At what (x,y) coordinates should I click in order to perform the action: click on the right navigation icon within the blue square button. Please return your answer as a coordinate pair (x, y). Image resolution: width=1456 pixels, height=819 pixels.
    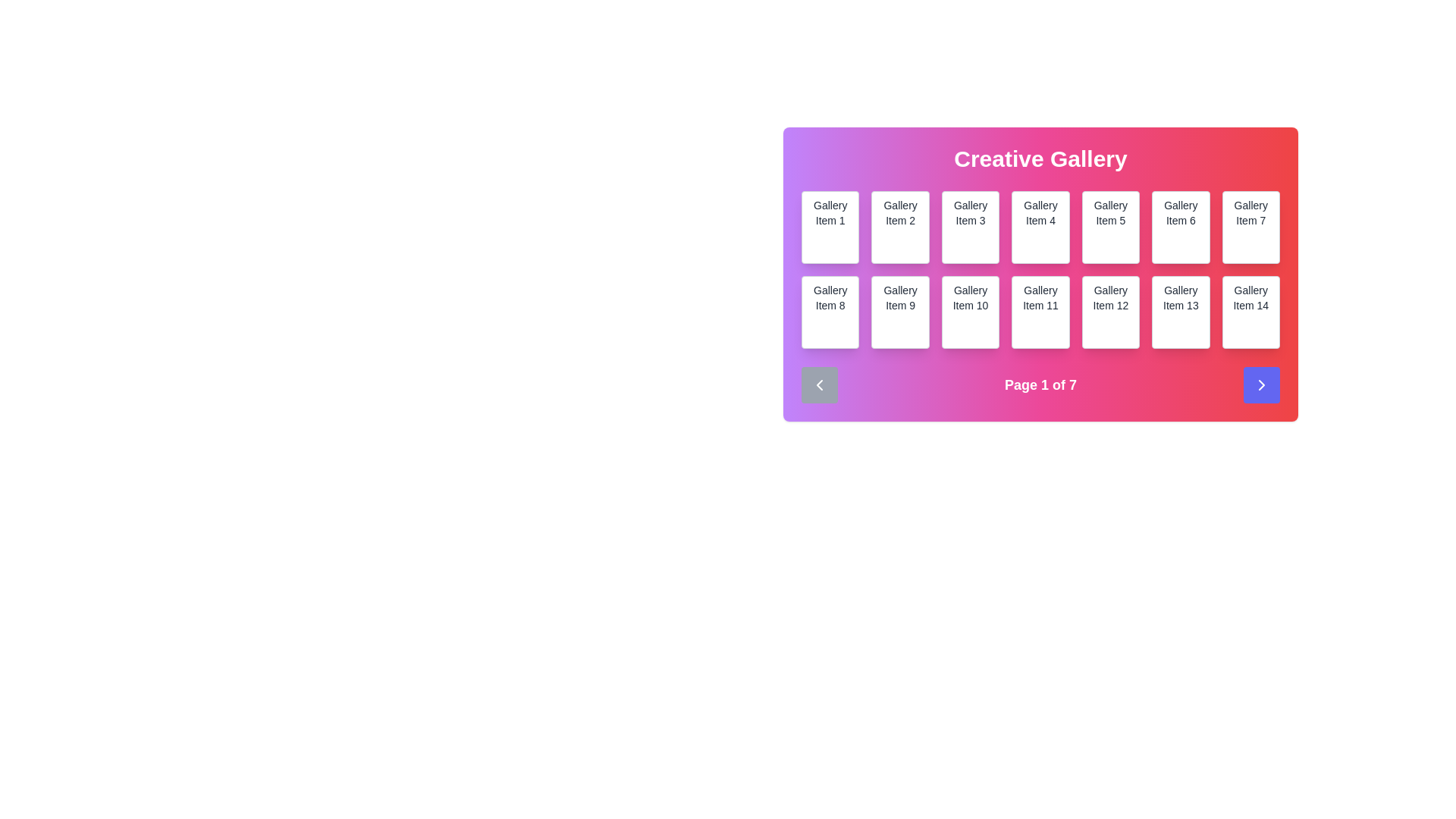
    Looking at the image, I should click on (1262, 384).